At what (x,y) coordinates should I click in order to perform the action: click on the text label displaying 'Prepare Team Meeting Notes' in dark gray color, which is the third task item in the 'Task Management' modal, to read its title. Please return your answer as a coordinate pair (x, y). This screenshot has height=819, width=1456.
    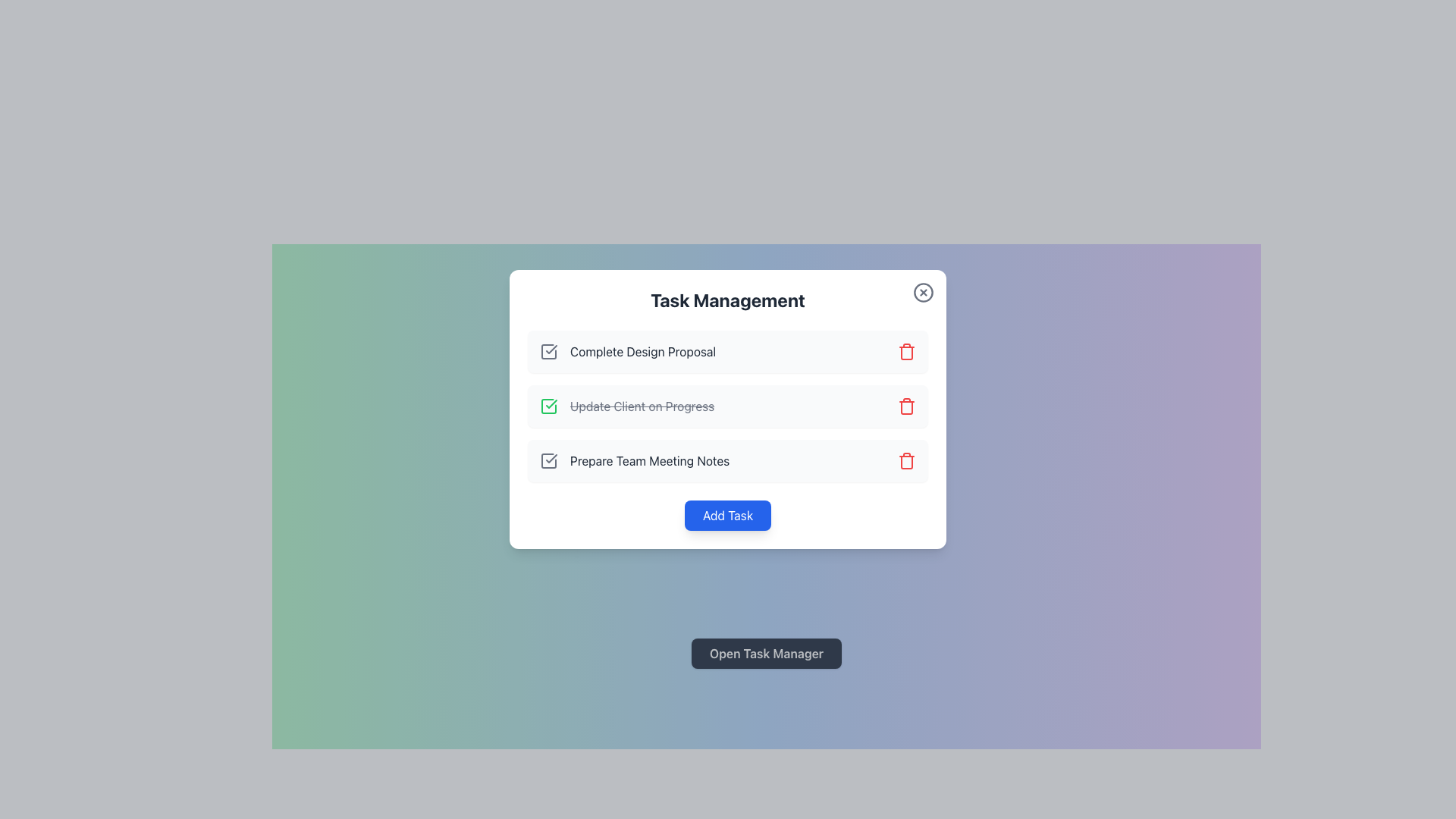
    Looking at the image, I should click on (635, 460).